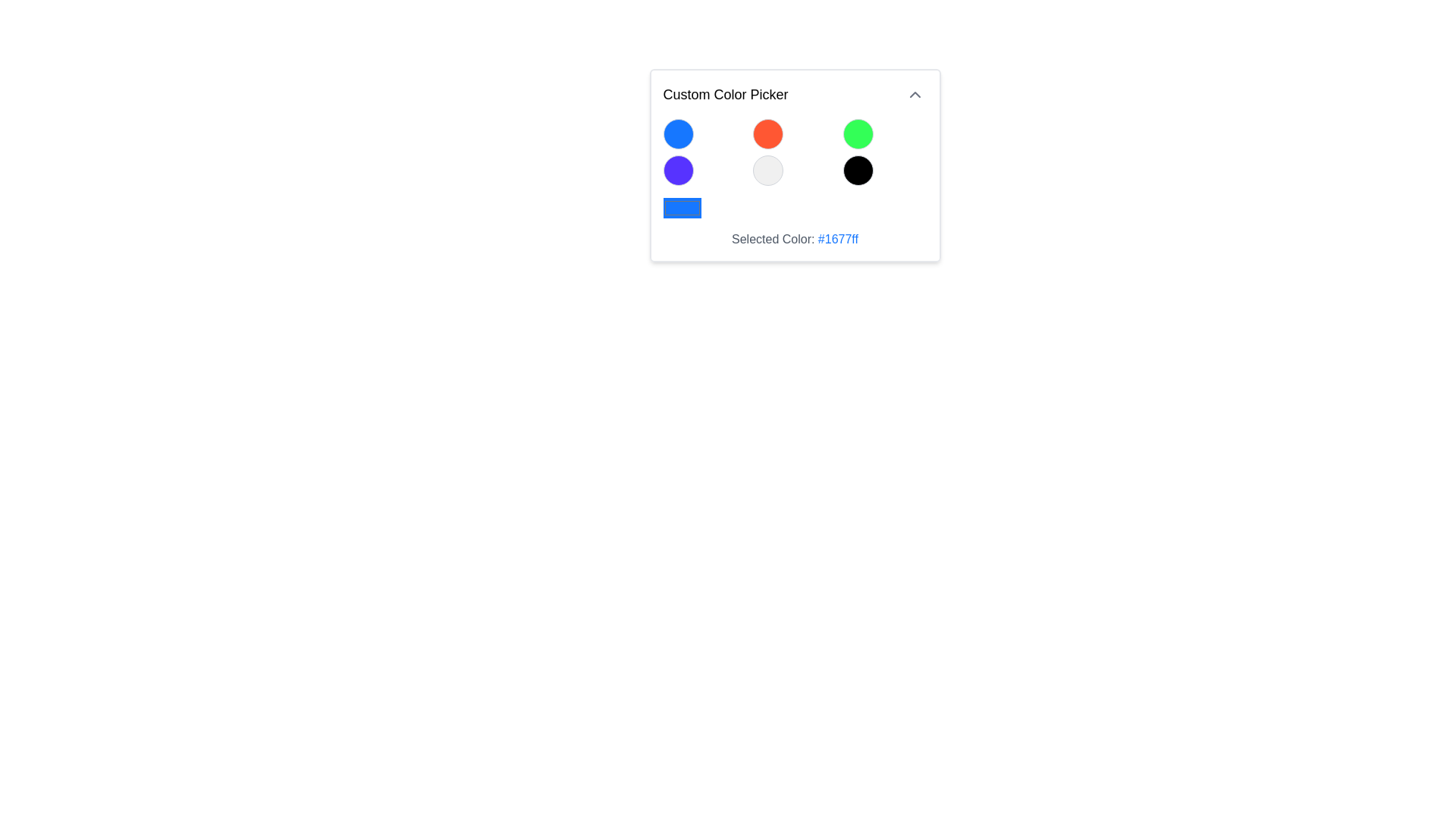 The height and width of the screenshot is (819, 1456). Describe the element at coordinates (681, 208) in the screenshot. I see `the color picker input element with a blue background (#1677ff)` at that location.